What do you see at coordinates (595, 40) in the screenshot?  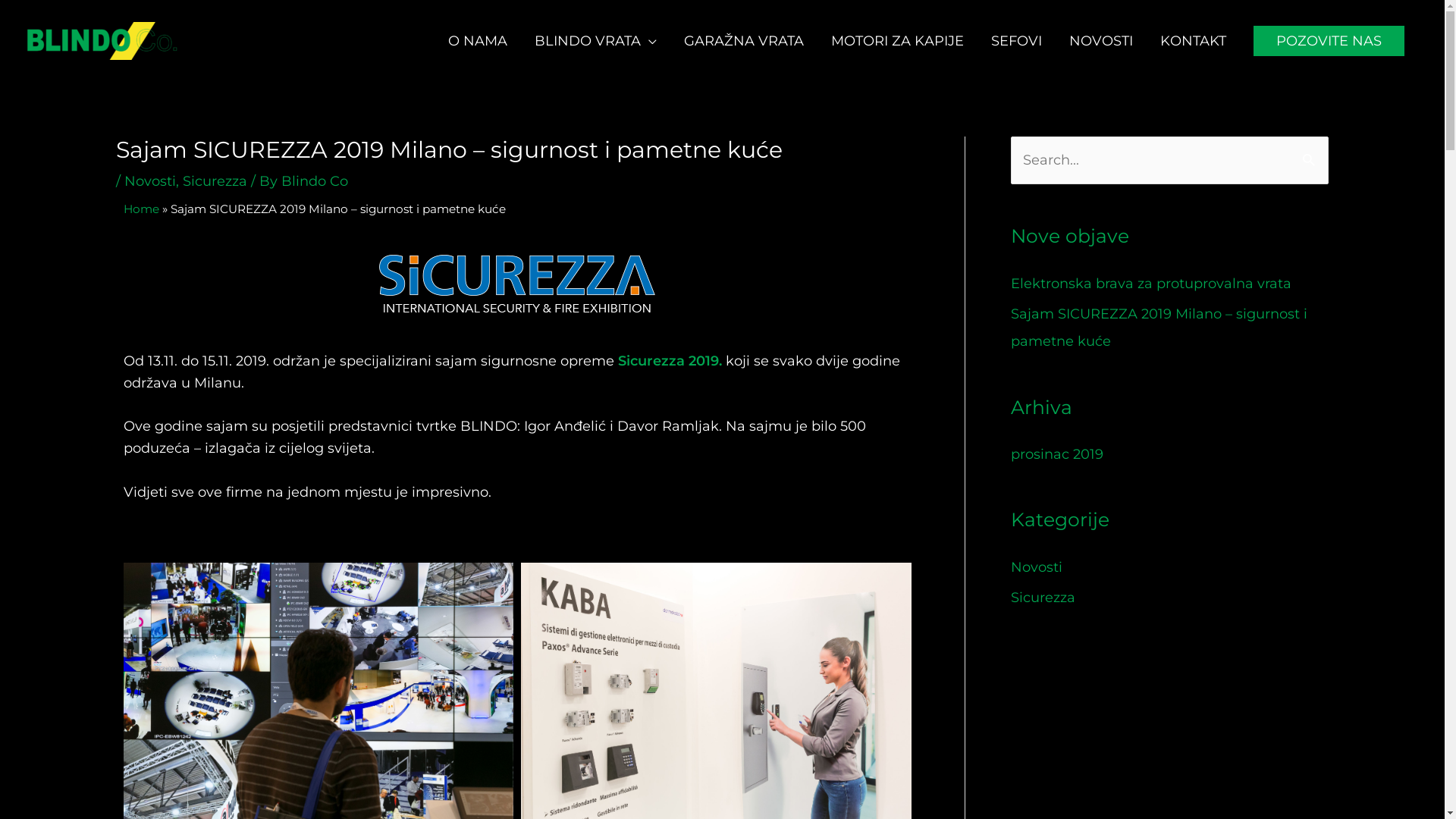 I see `'BLINDO VRATA'` at bounding box center [595, 40].